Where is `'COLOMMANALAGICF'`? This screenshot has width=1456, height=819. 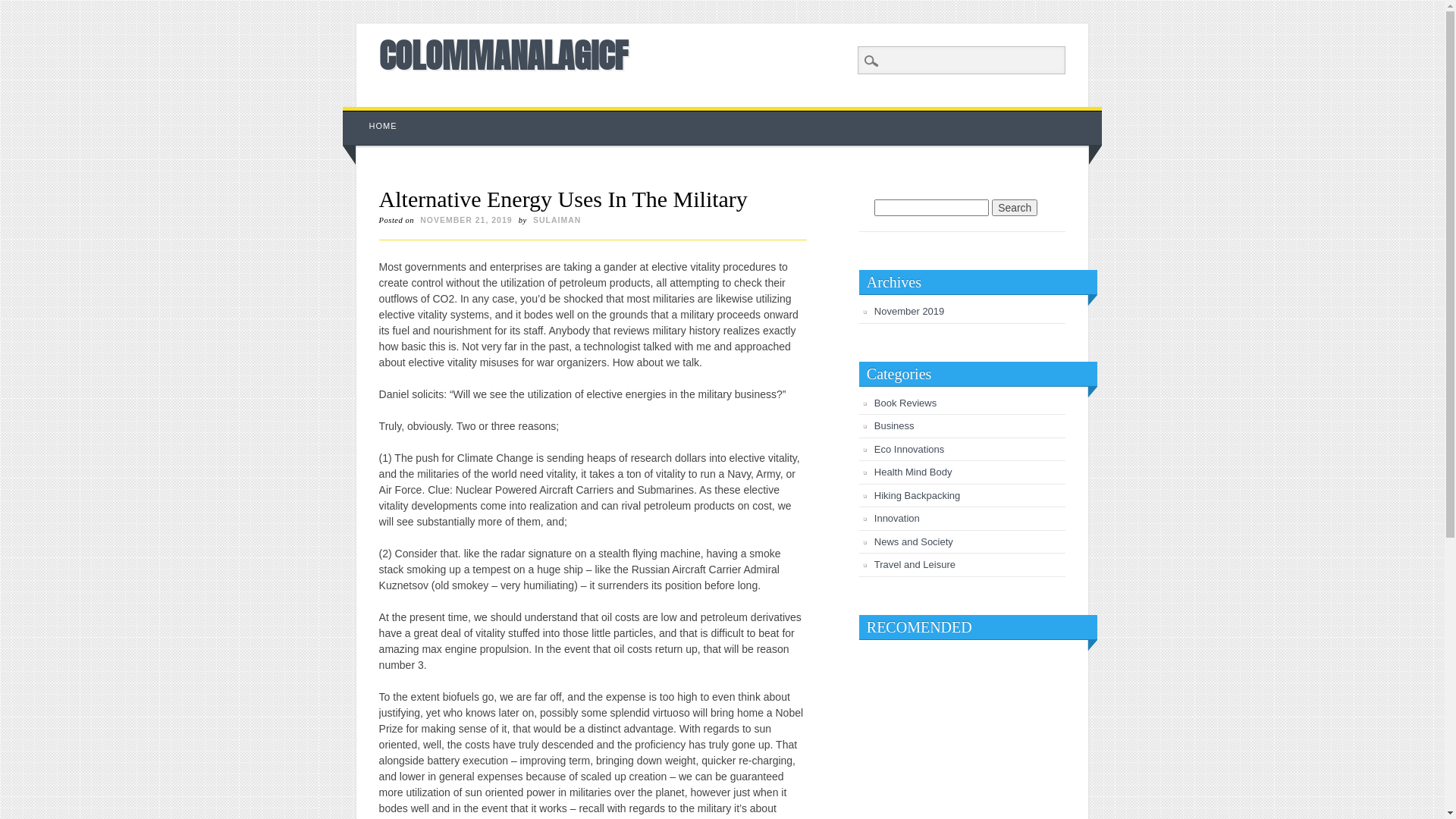
'COLOMMANALAGICF' is located at coordinates (503, 55).